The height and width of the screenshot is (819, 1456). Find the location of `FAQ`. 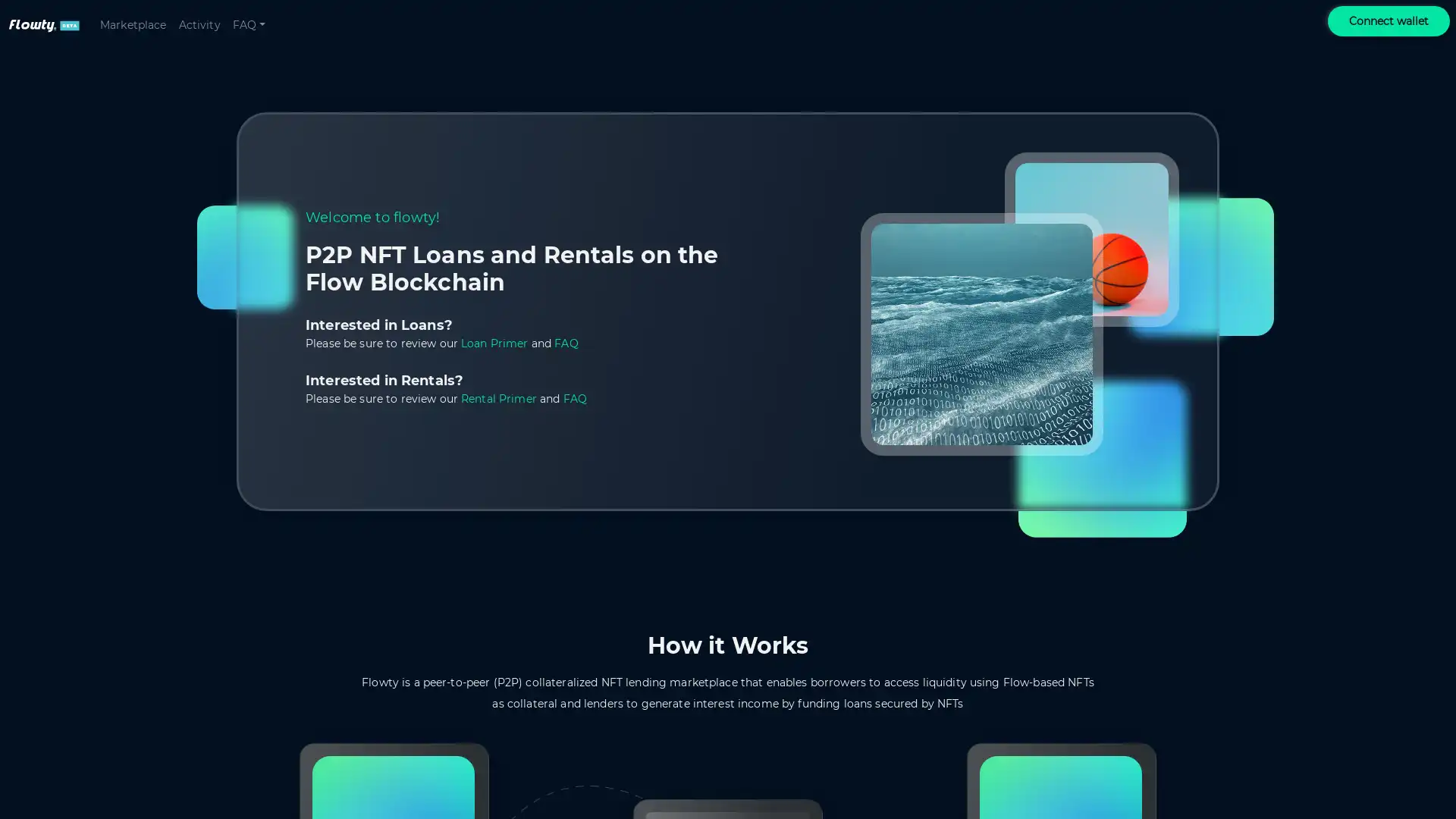

FAQ is located at coordinates (248, 24).